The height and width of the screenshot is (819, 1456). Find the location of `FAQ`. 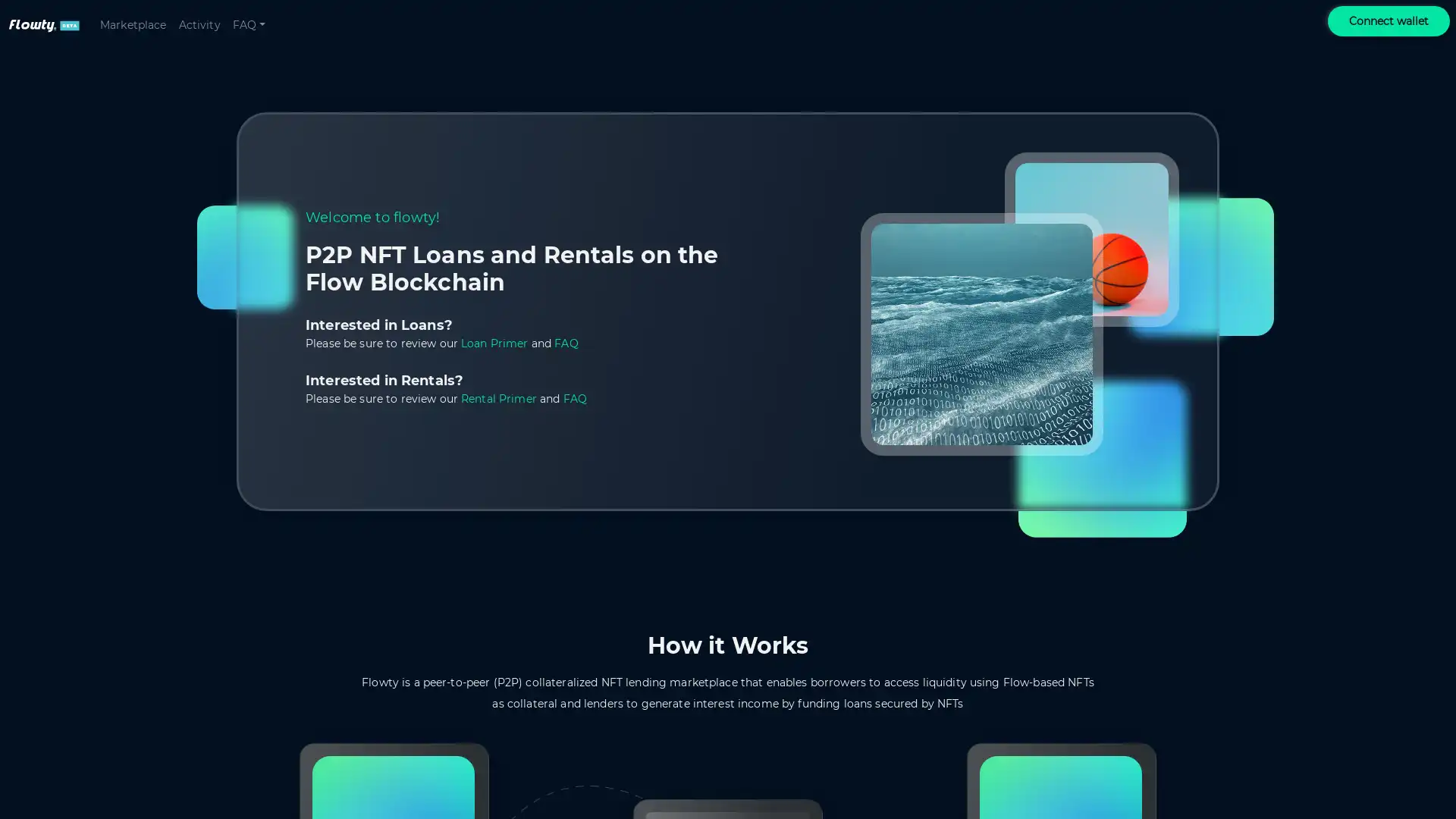

FAQ is located at coordinates (248, 24).